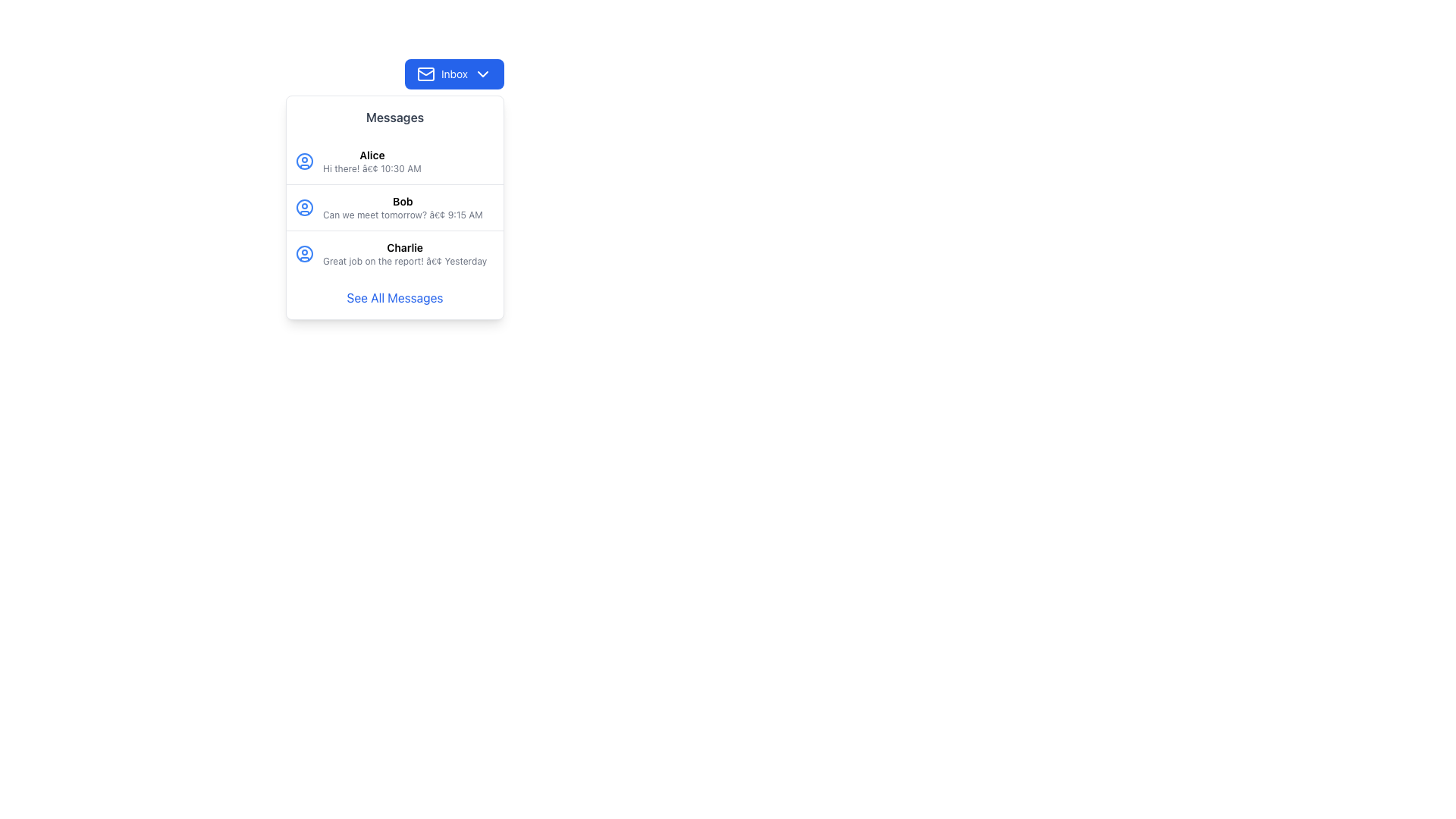 Image resolution: width=1456 pixels, height=819 pixels. Describe the element at coordinates (304, 161) in the screenshot. I see `the Profile Icon that visually identifies the sender 'Alice', which is the first icon in the messages dropdown` at that location.